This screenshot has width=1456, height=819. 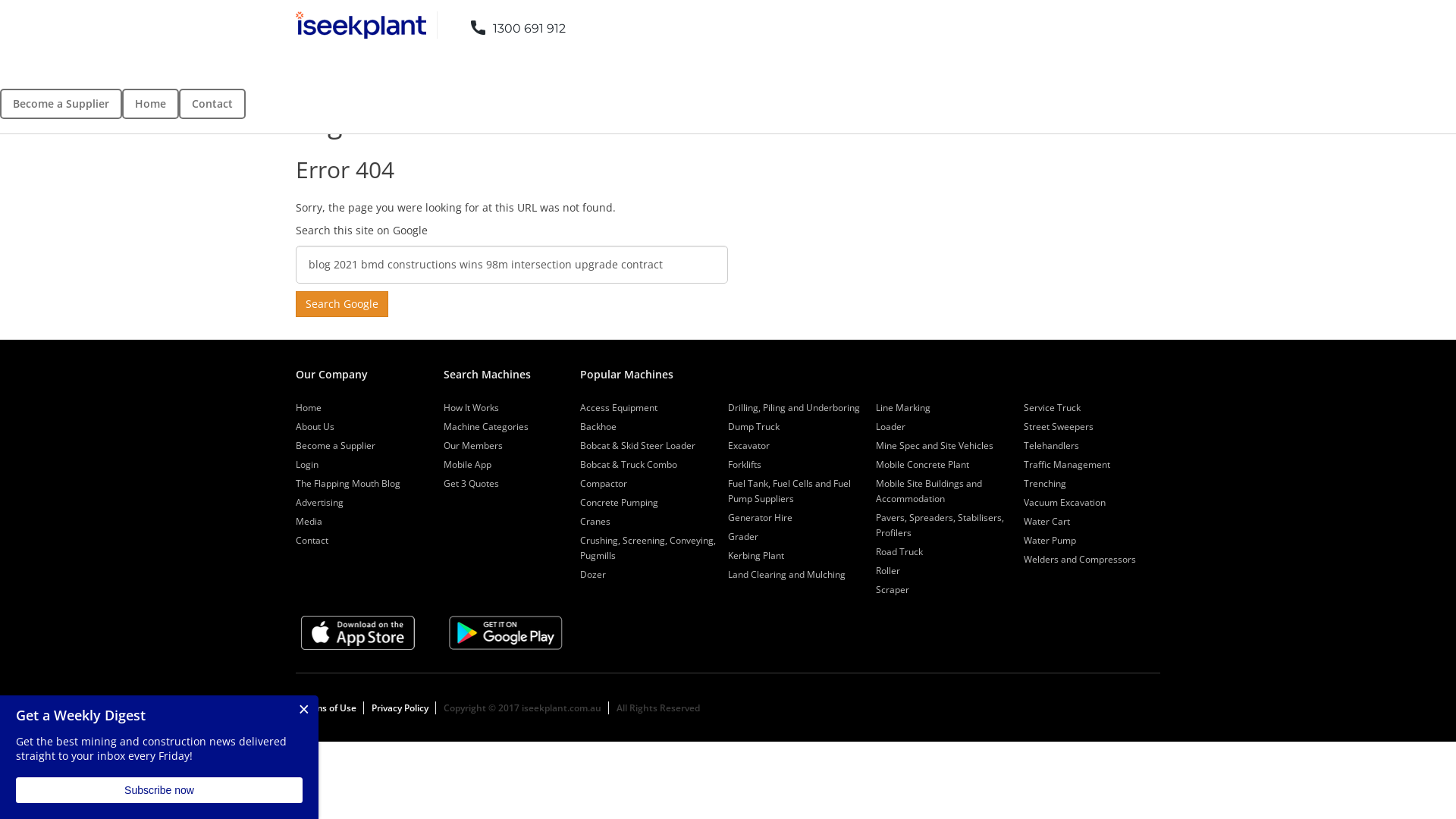 I want to click on 'Terms of Use', so click(x=299, y=708).